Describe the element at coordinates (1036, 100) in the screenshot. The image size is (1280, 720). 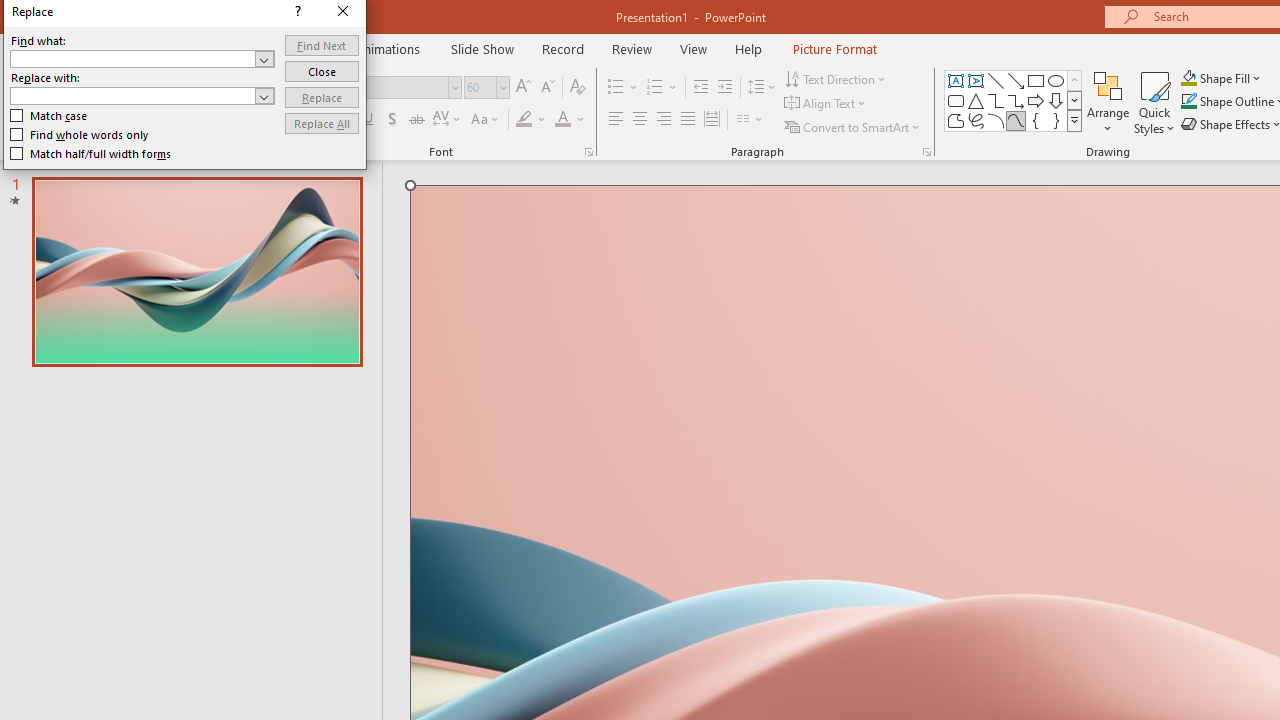
I see `'Arrow: Right'` at that location.